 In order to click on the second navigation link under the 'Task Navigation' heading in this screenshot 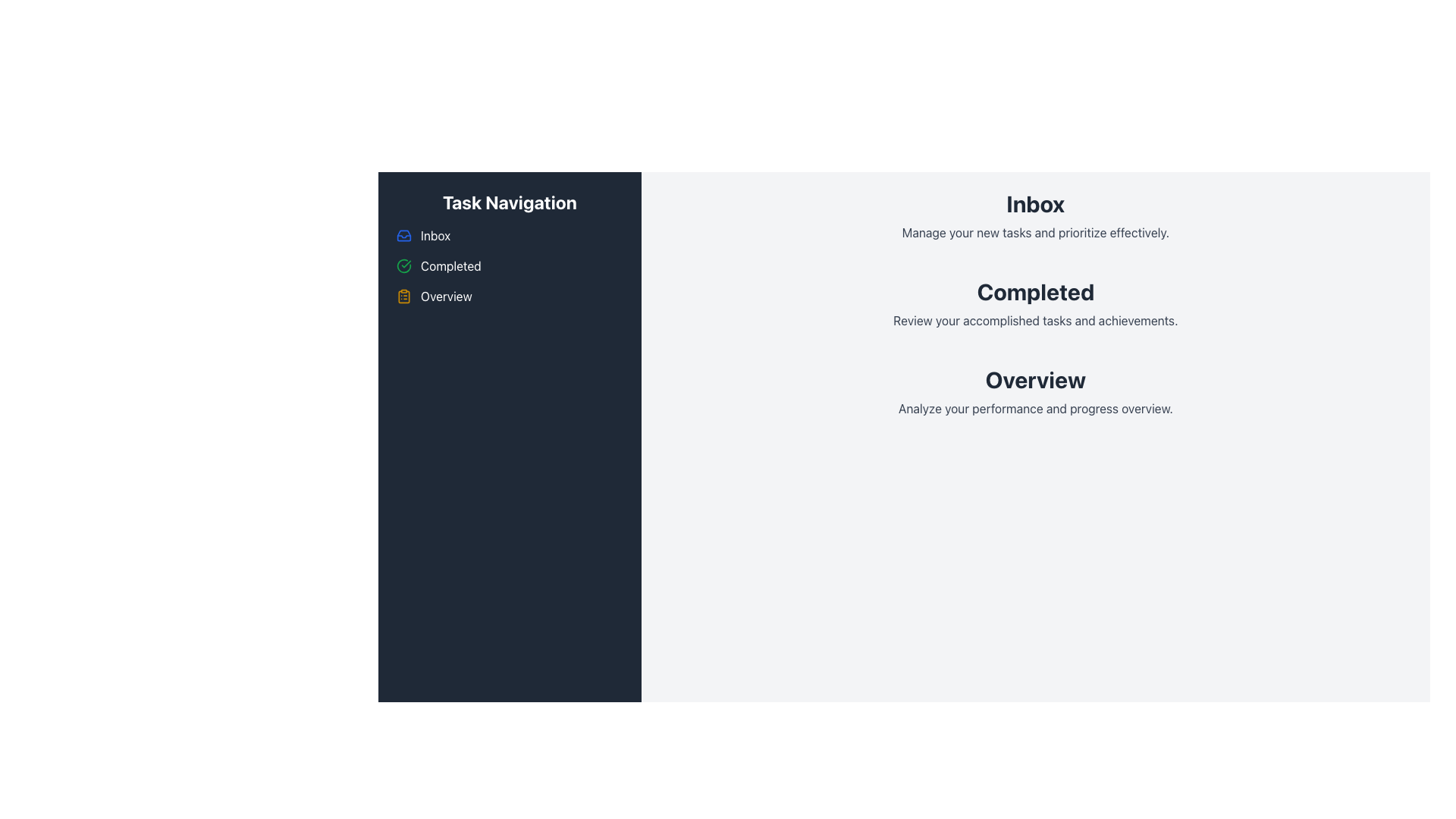, I will do `click(450, 265)`.